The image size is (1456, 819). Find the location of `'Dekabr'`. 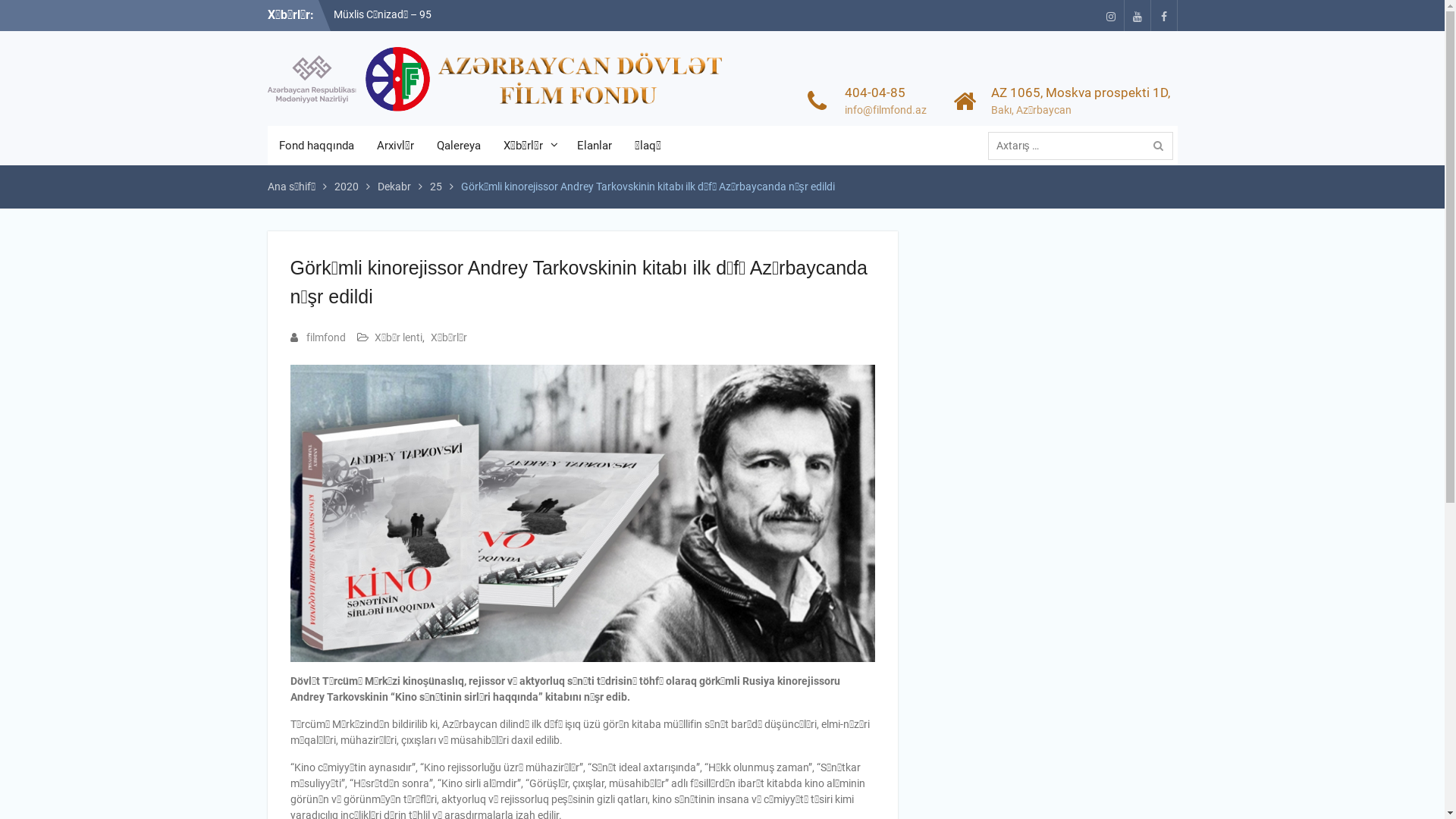

'Dekabr' is located at coordinates (394, 186).